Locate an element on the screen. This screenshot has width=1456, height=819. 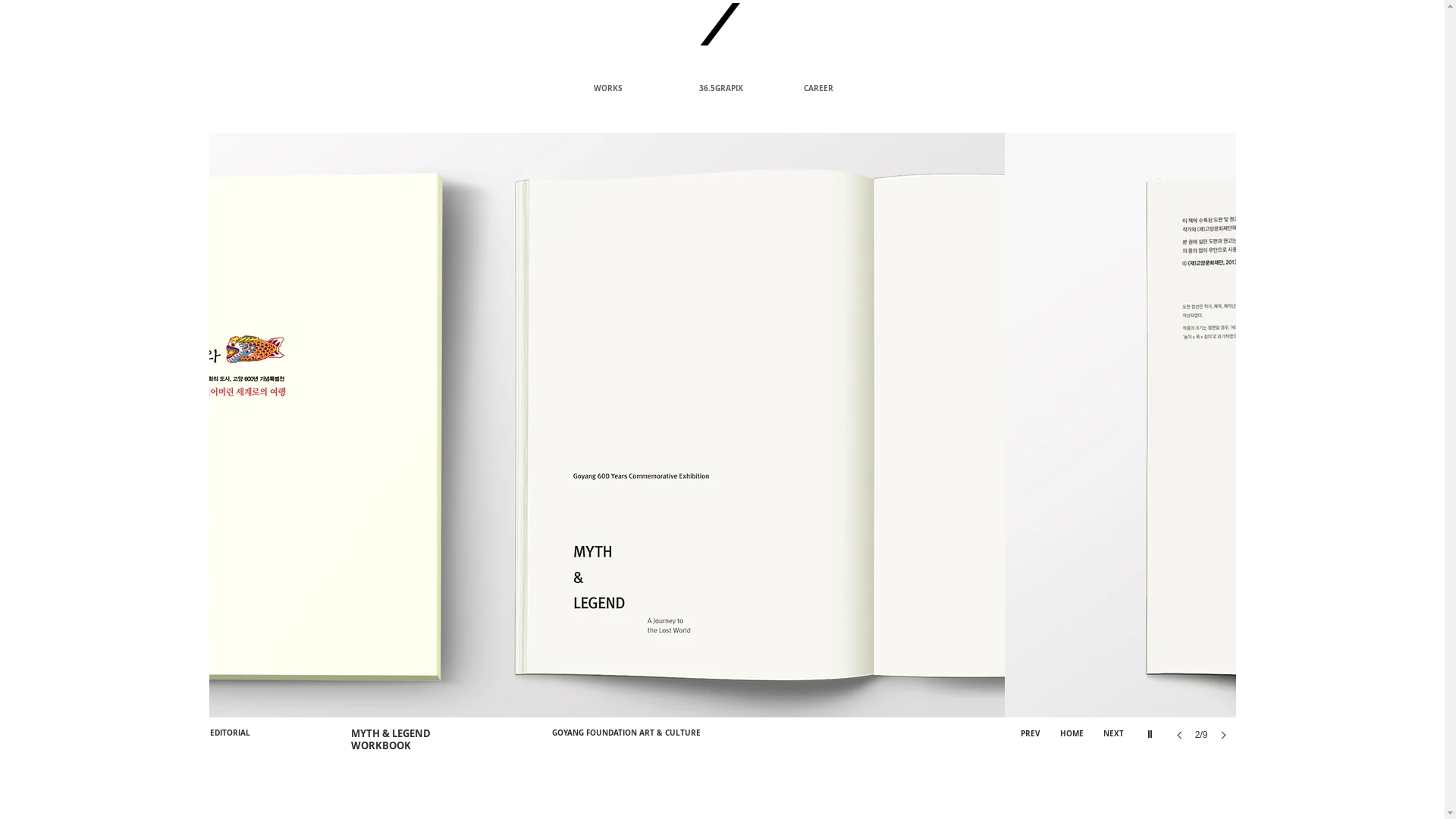
'WORKS' is located at coordinates (635, 88).